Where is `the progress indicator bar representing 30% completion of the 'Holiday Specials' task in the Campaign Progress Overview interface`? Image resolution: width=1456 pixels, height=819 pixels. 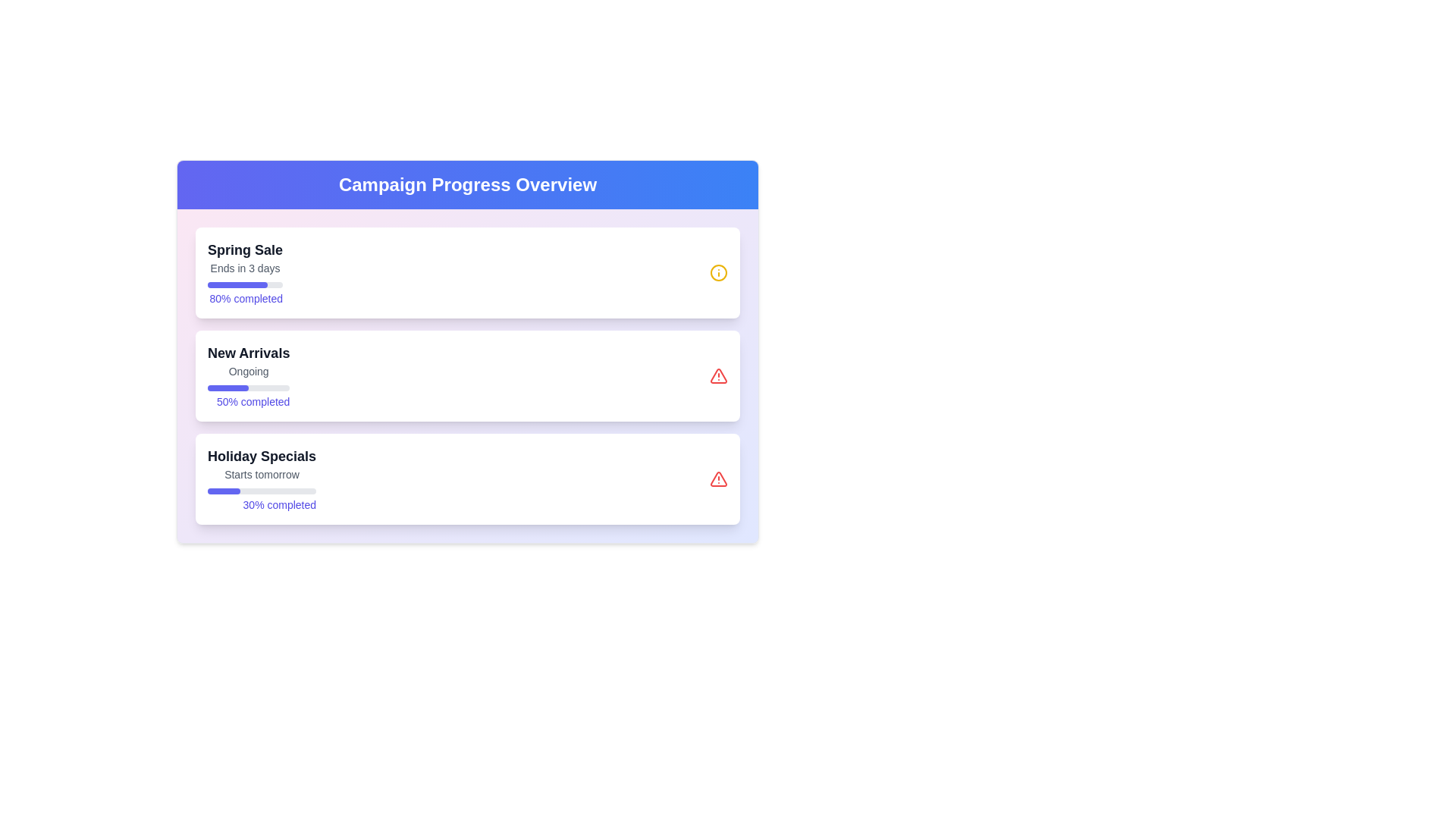
the progress indicator bar representing 30% completion of the 'Holiday Specials' task in the Campaign Progress Overview interface is located at coordinates (223, 491).